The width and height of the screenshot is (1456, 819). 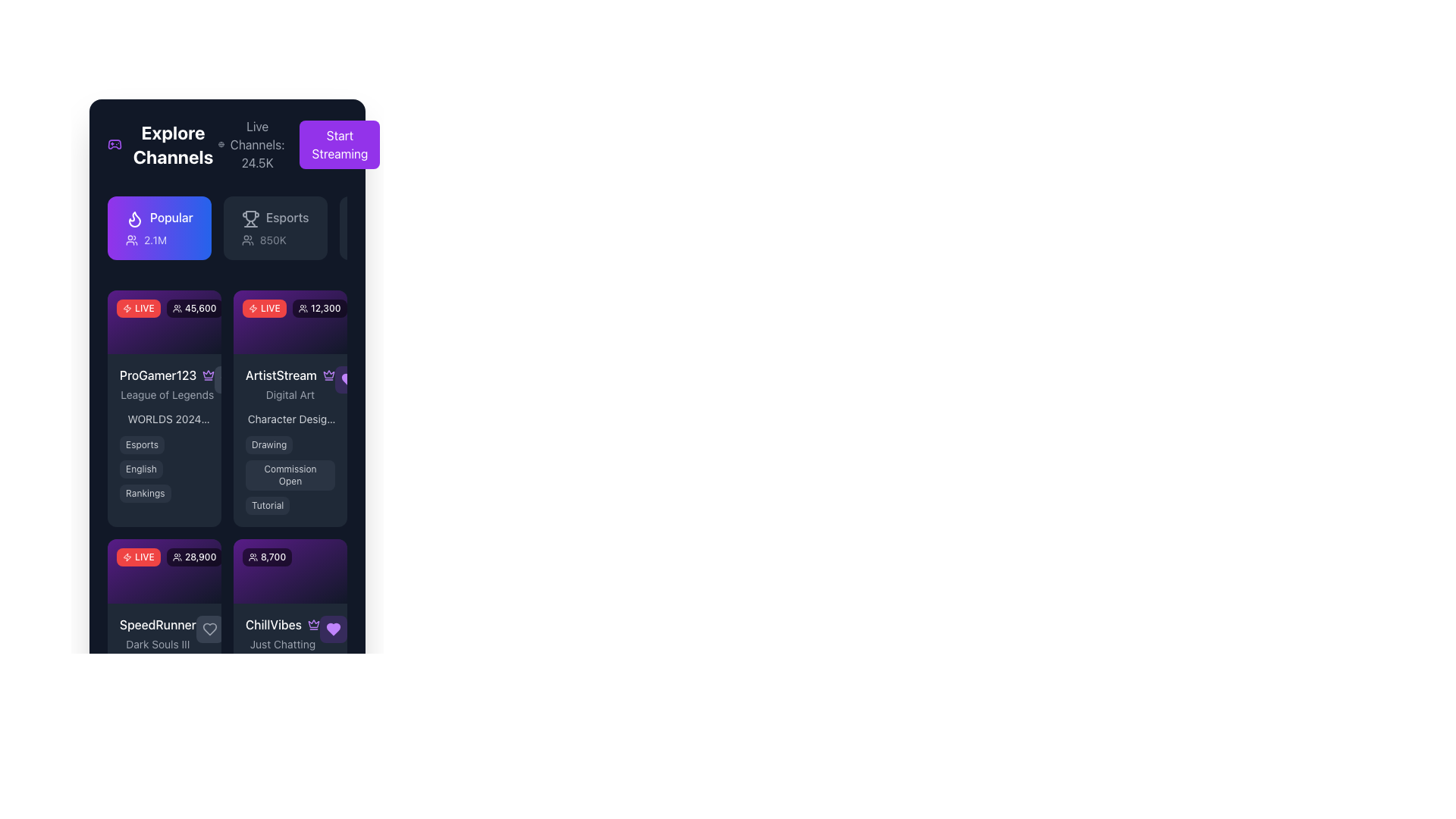 What do you see at coordinates (127, 557) in the screenshot?
I see `the lightning bolt SVG icon located inside the red button labeled 'LIVE' in the top-left corner of the card layout` at bounding box center [127, 557].